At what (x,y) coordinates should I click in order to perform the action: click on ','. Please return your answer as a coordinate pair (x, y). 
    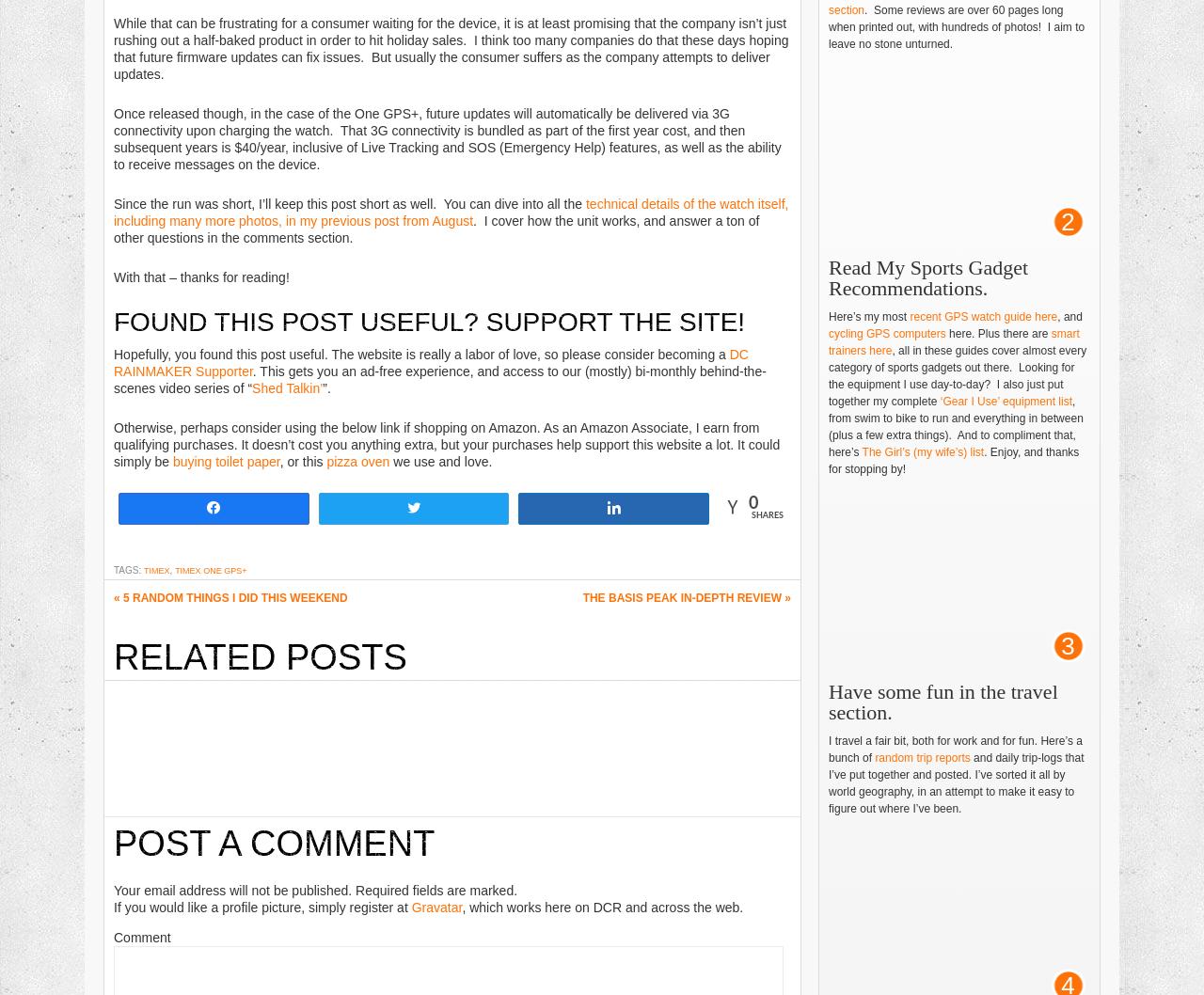
    Looking at the image, I should click on (172, 569).